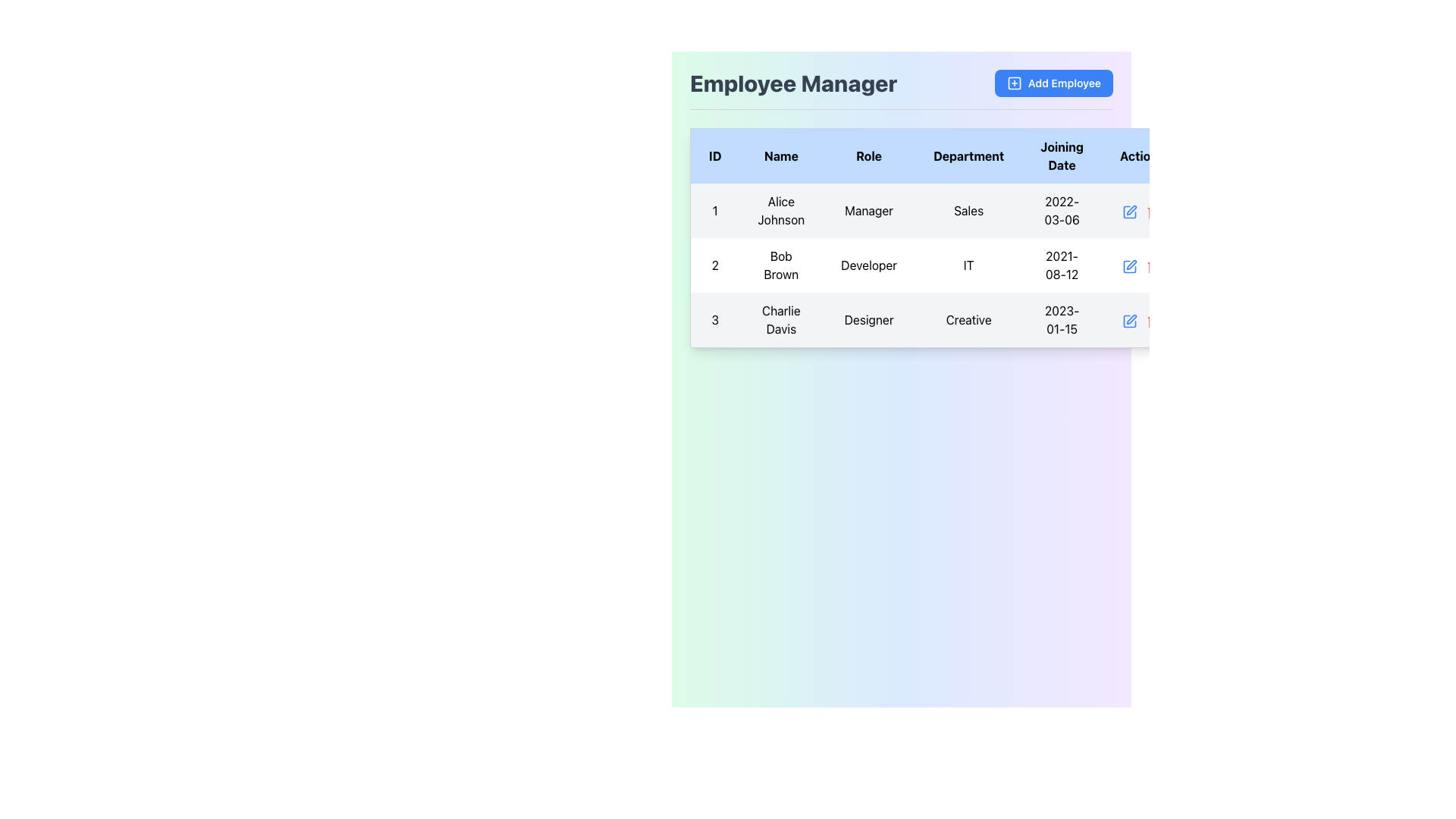  I want to click on the edit button located in the second row of the table under the 'Actions' column, adjacent to the 'Developer' role entry, so click(1130, 265).